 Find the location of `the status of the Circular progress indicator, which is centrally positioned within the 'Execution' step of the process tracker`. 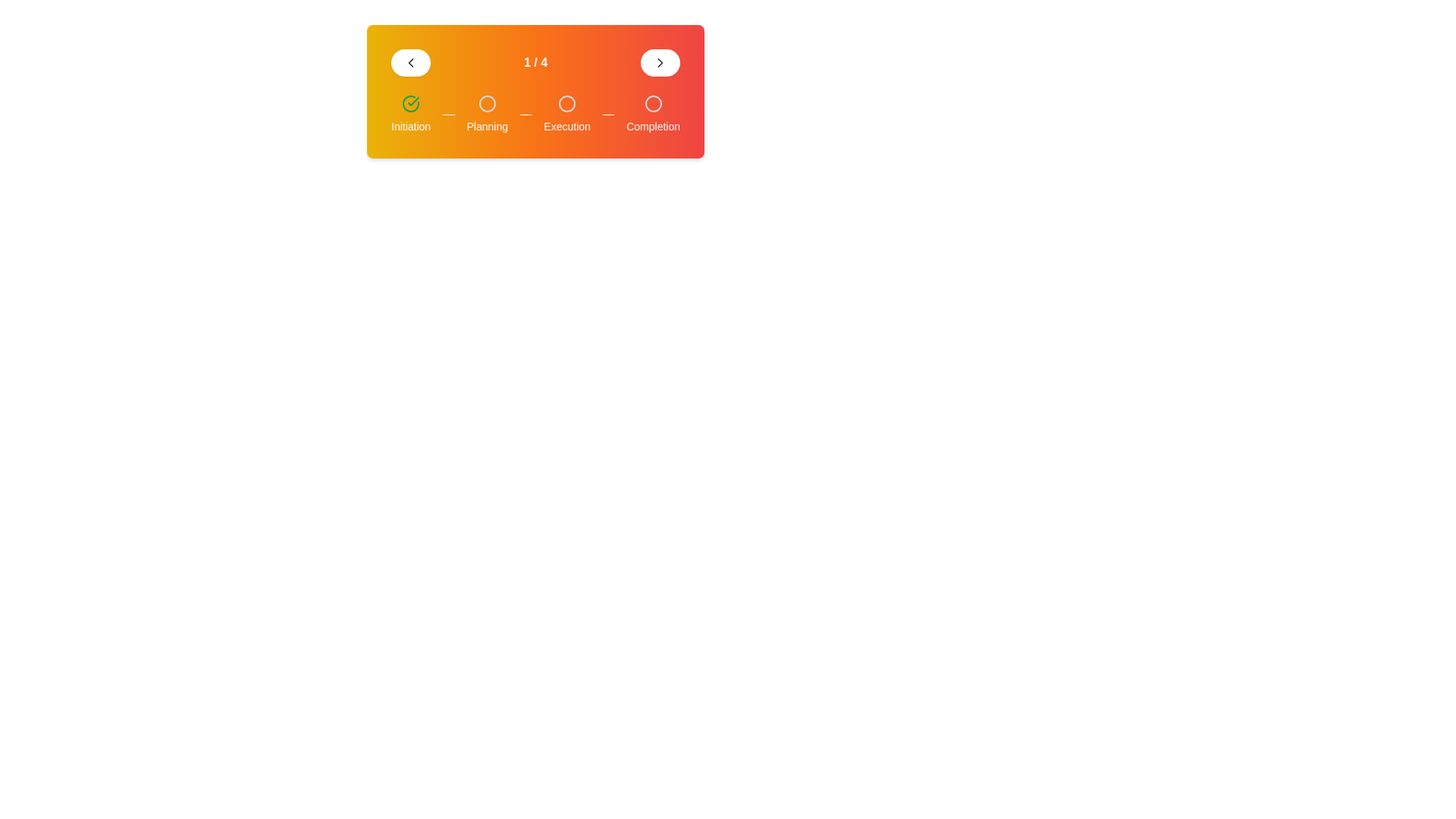

the status of the Circular progress indicator, which is centrally positioned within the 'Execution' step of the process tracker is located at coordinates (566, 103).